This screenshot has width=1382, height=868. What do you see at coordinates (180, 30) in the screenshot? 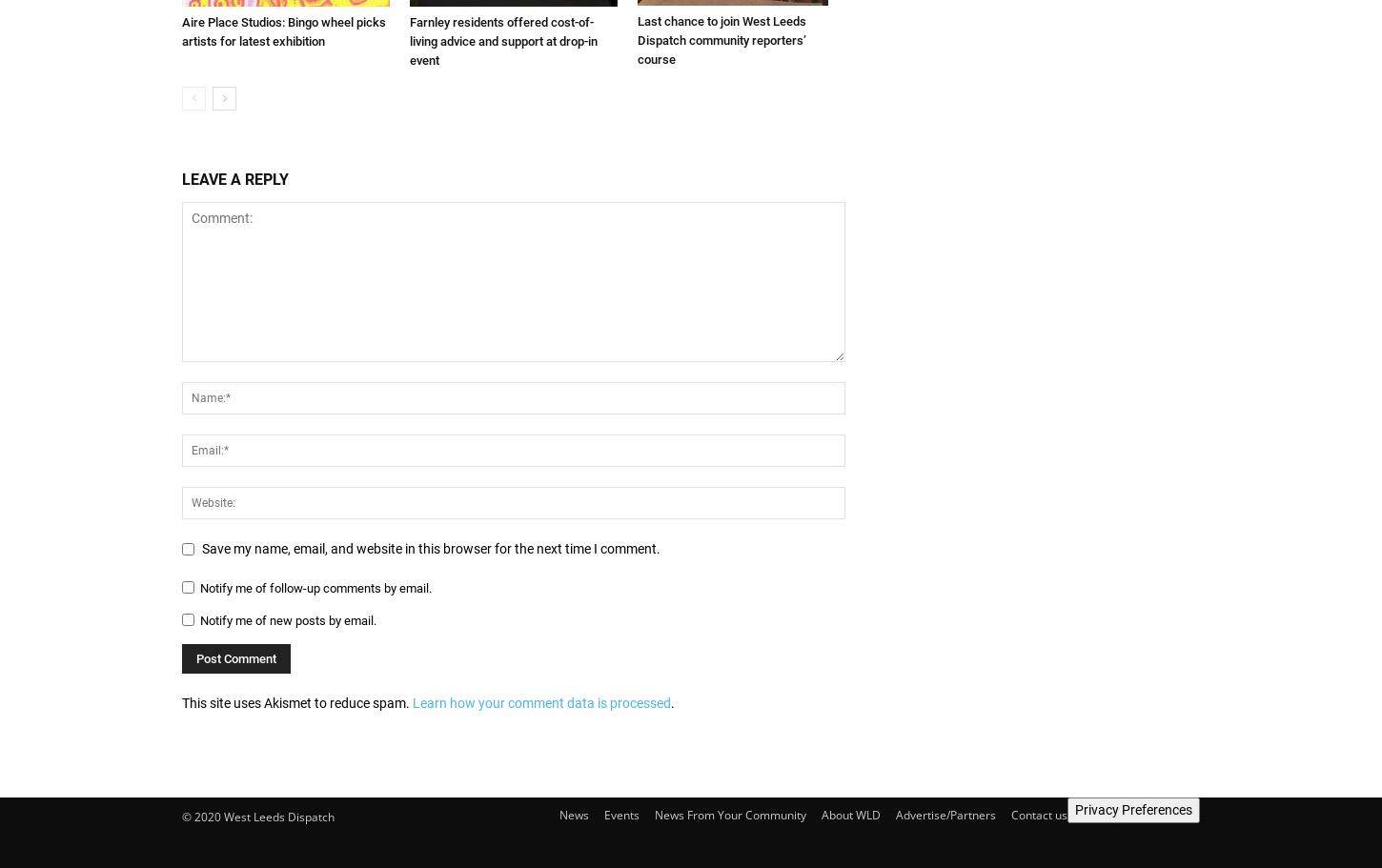
I see `'Aire Place Studios: Bingo wheel picks artists for latest exhibition'` at bounding box center [180, 30].